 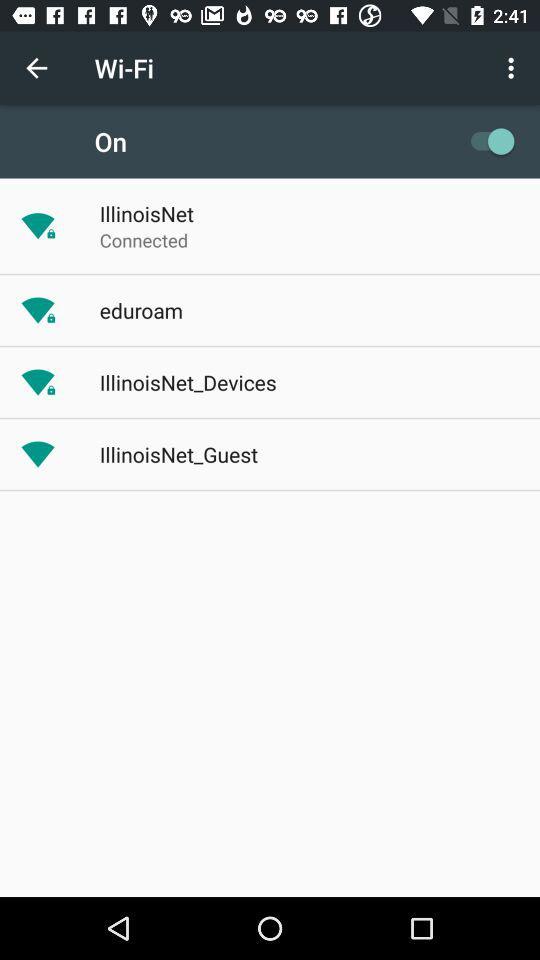 What do you see at coordinates (140, 310) in the screenshot?
I see `the eduroam` at bounding box center [140, 310].